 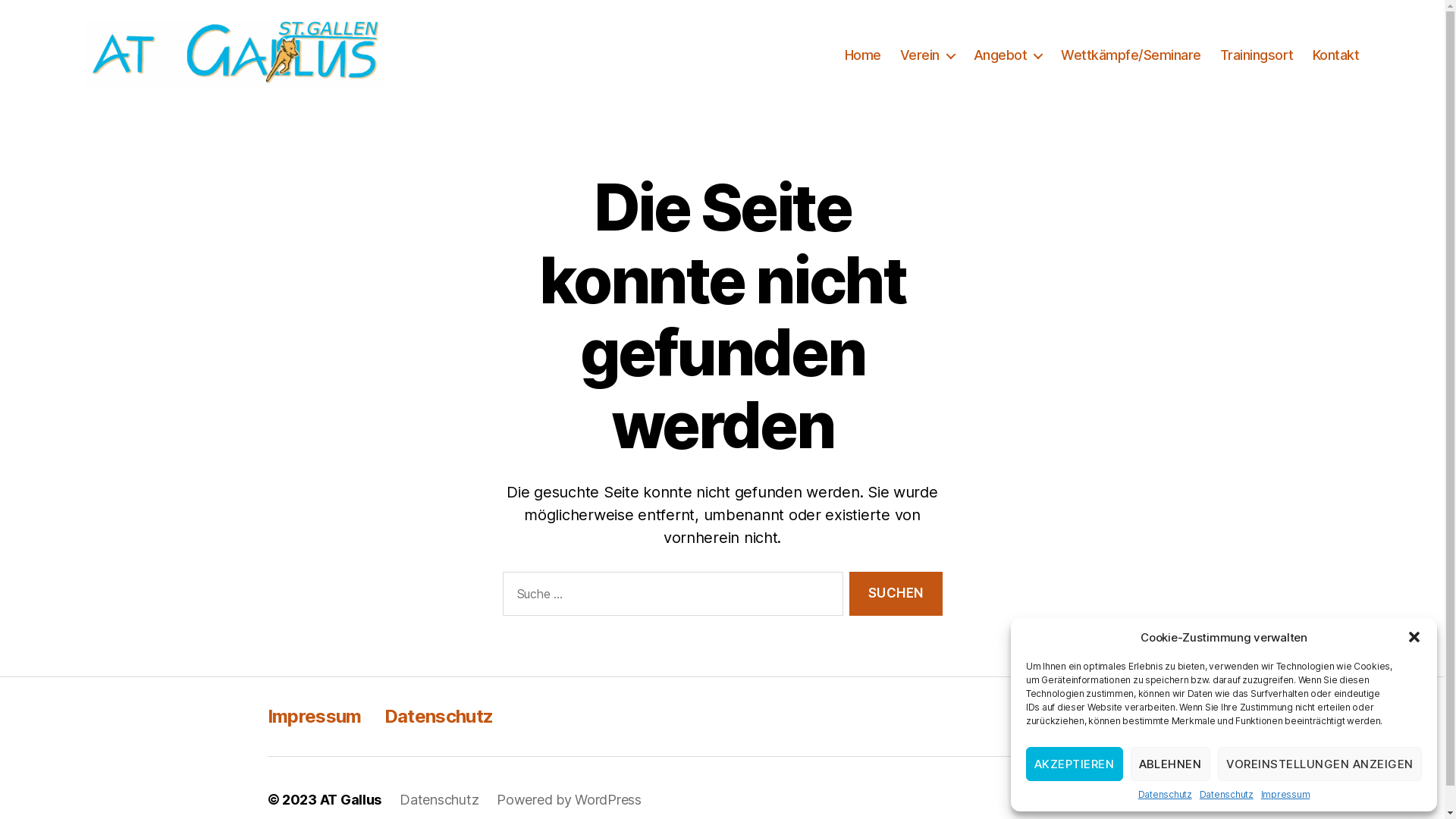 I want to click on 'Impressum', so click(x=312, y=716).